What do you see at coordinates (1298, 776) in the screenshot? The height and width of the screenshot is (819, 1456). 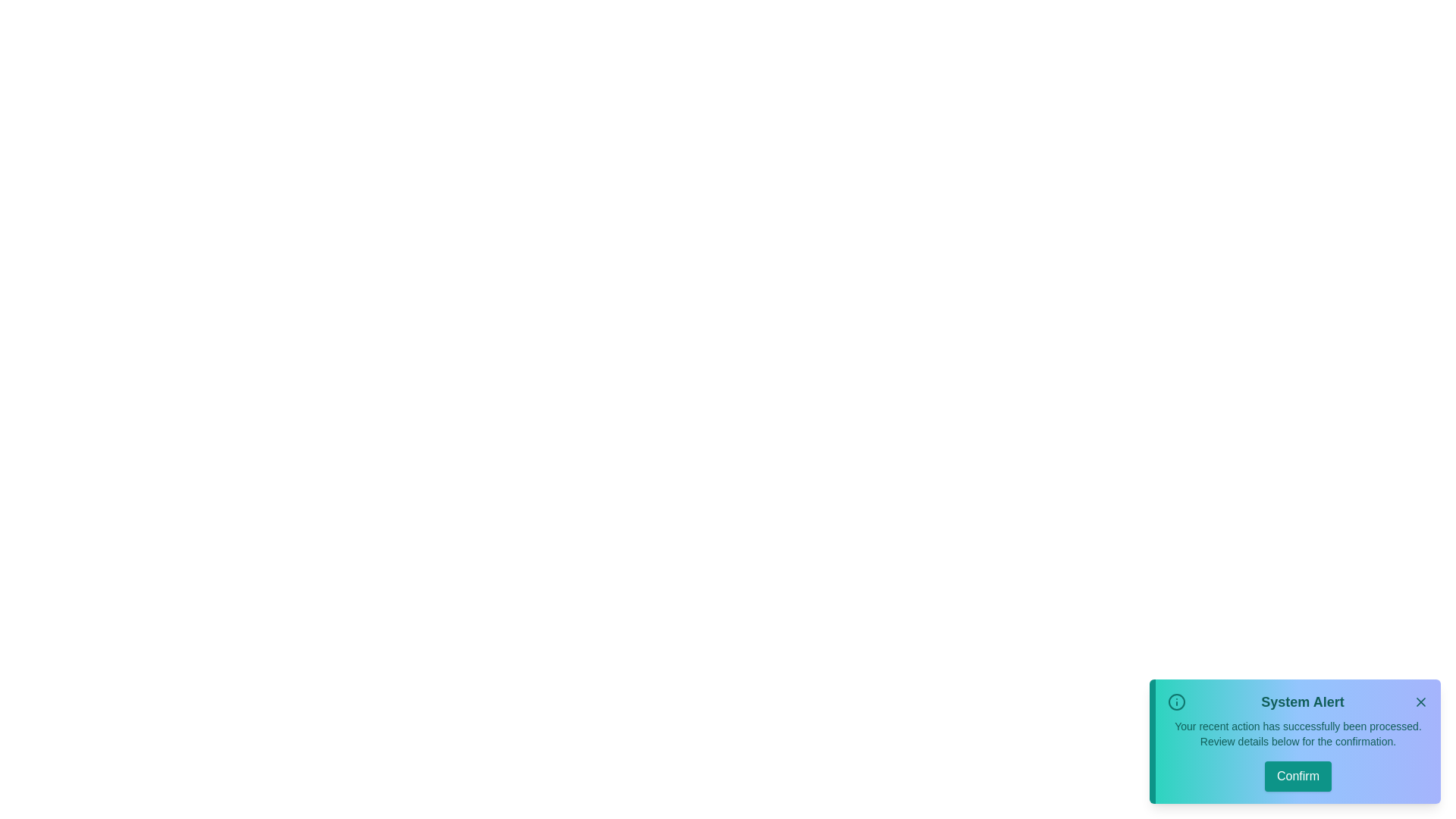 I see `the 'Confirm' button to confirm the action` at bounding box center [1298, 776].